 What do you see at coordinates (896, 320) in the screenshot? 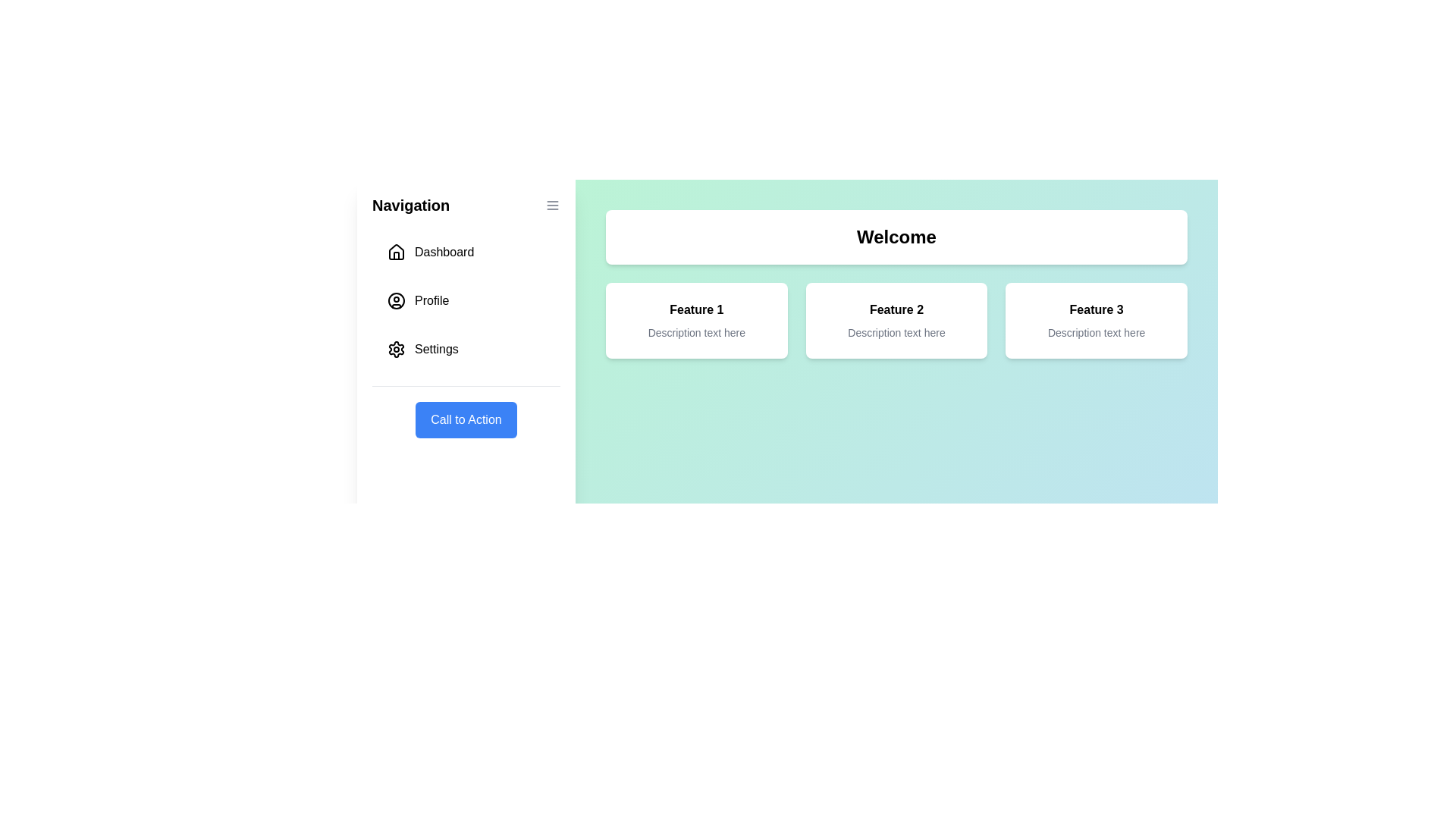
I see `the feature card labeled Feature 2` at bounding box center [896, 320].